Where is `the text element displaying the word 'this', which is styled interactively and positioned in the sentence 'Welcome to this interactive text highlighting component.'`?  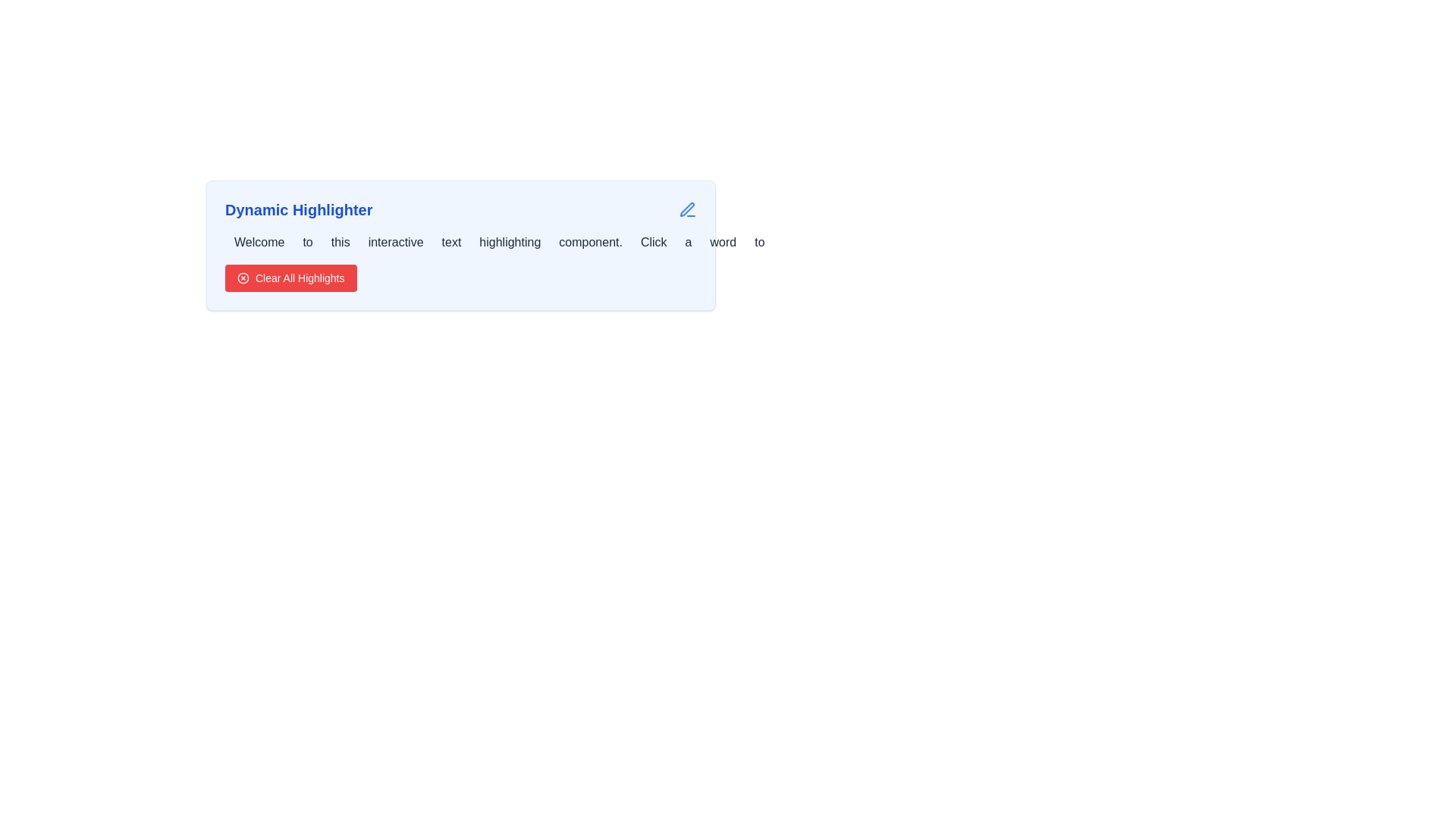
the text element displaying the word 'this', which is styled interactively and positioned in the sentence 'Welcome to this interactive text highlighting component.' is located at coordinates (340, 241).